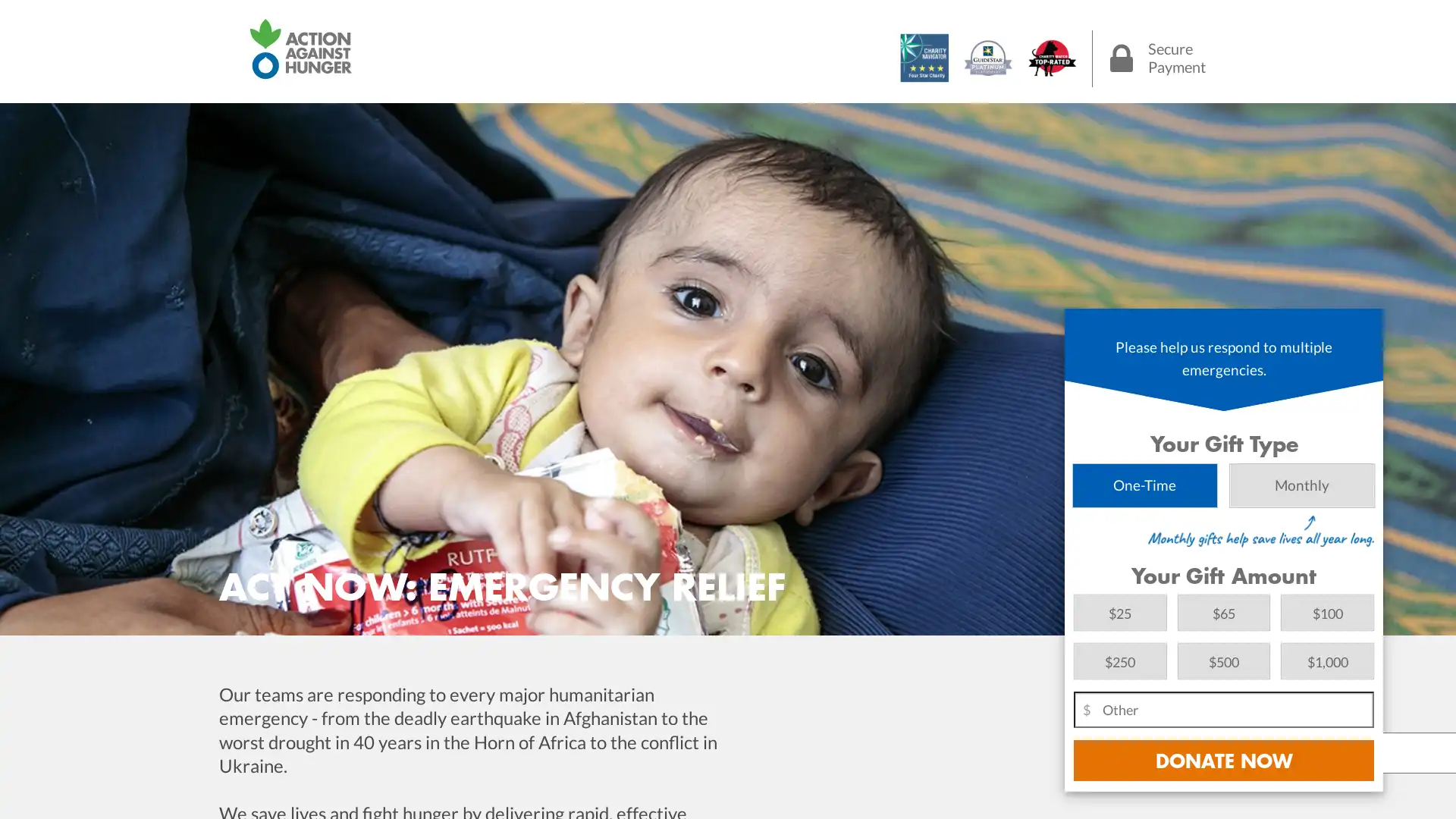  Describe the element at coordinates (1326, 611) in the screenshot. I see `$100` at that location.